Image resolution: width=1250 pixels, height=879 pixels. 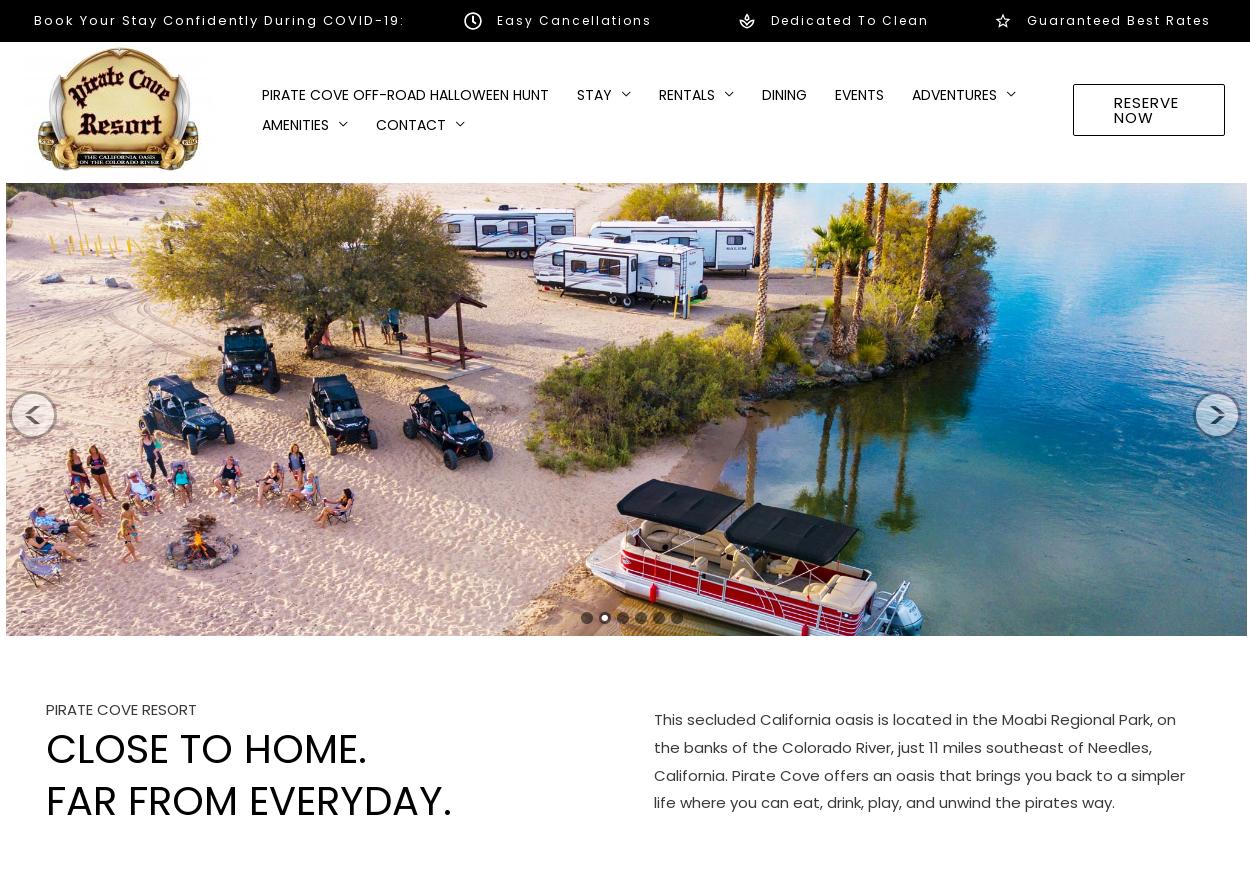 What do you see at coordinates (120, 708) in the screenshot?
I see `'Pirate Cove Resort'` at bounding box center [120, 708].